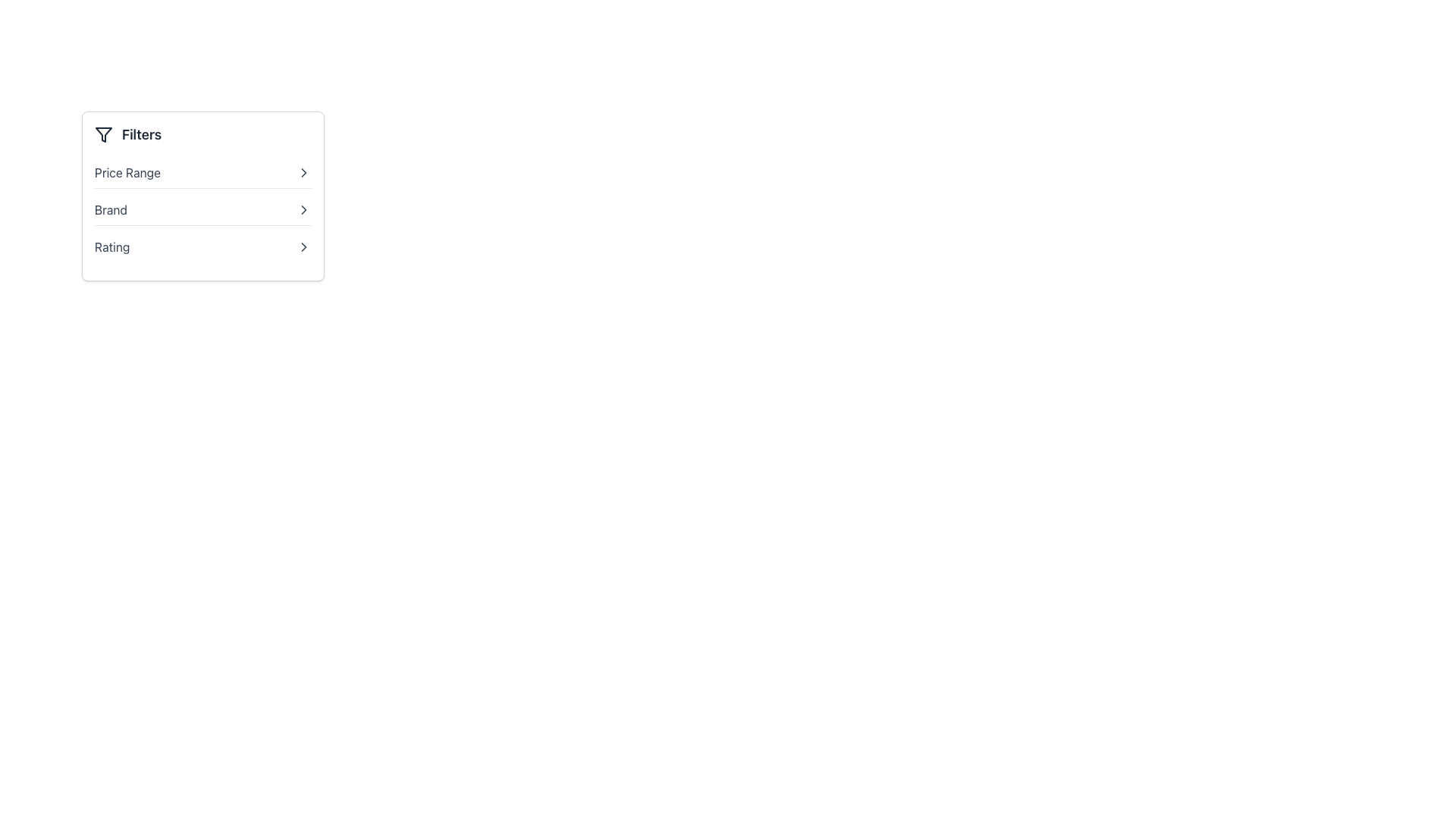  Describe the element at coordinates (303, 246) in the screenshot. I see `the rightward-pointing chevron icon located in the 'Rating' row of the filter options panel` at that location.